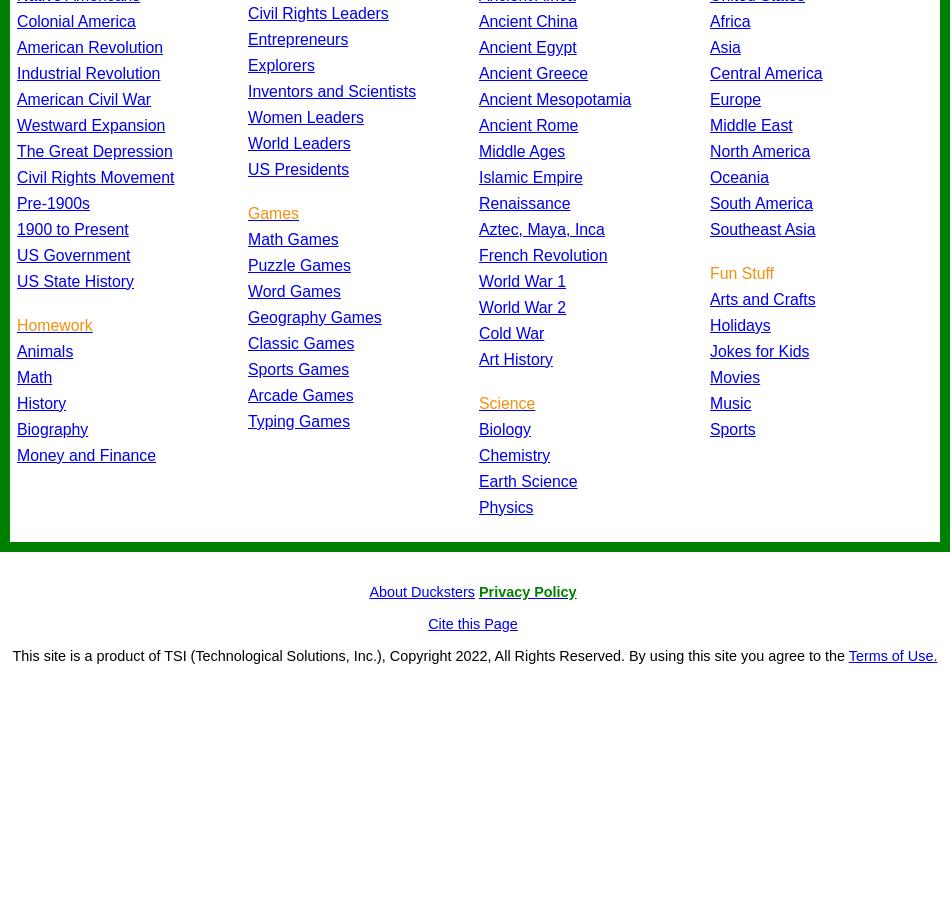 This screenshot has width=950, height=904. I want to click on 'Music', so click(729, 402).